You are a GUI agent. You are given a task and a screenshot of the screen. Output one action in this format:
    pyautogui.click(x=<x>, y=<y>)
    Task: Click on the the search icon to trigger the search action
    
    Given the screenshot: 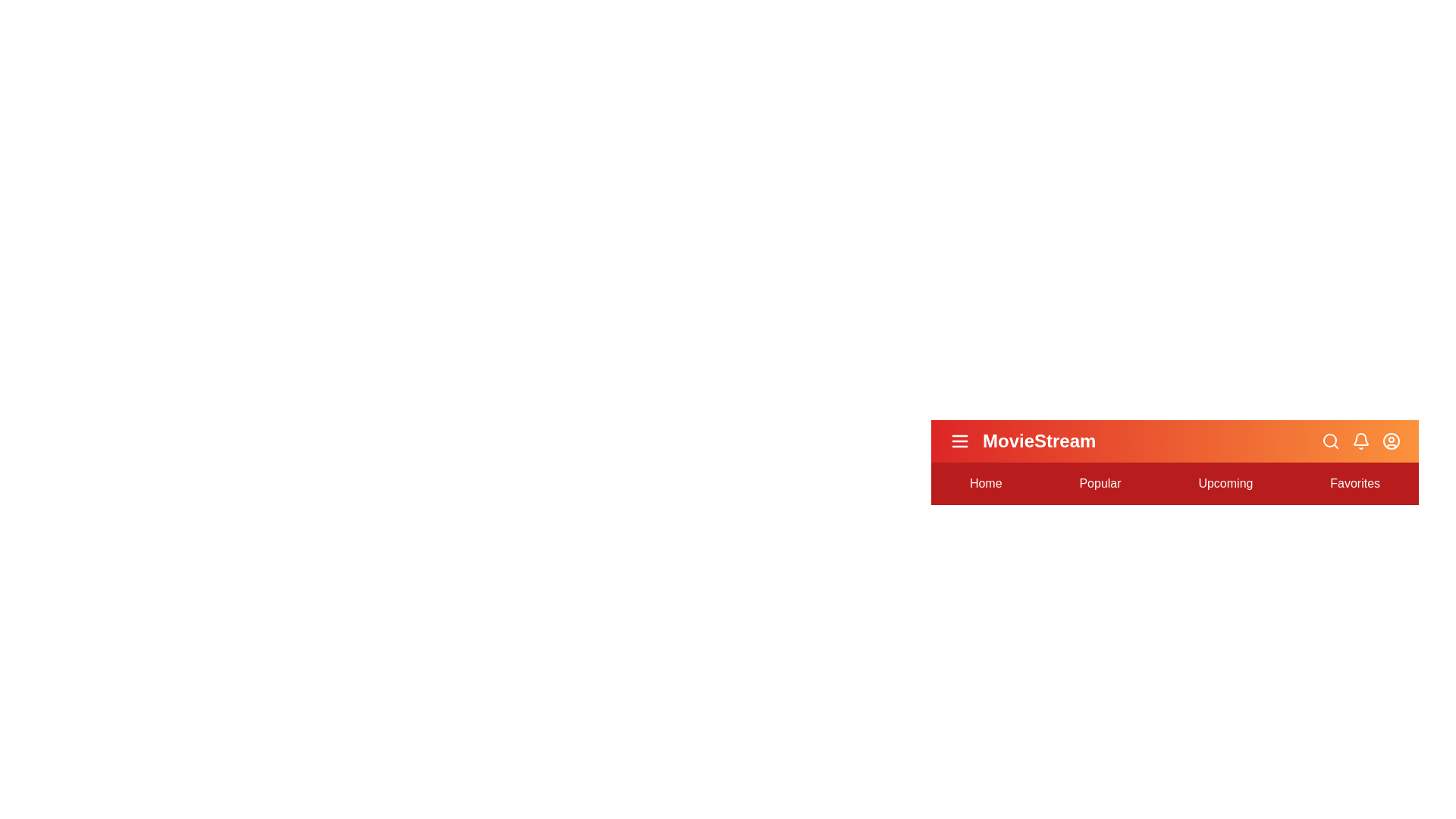 What is the action you would take?
    pyautogui.click(x=1330, y=441)
    